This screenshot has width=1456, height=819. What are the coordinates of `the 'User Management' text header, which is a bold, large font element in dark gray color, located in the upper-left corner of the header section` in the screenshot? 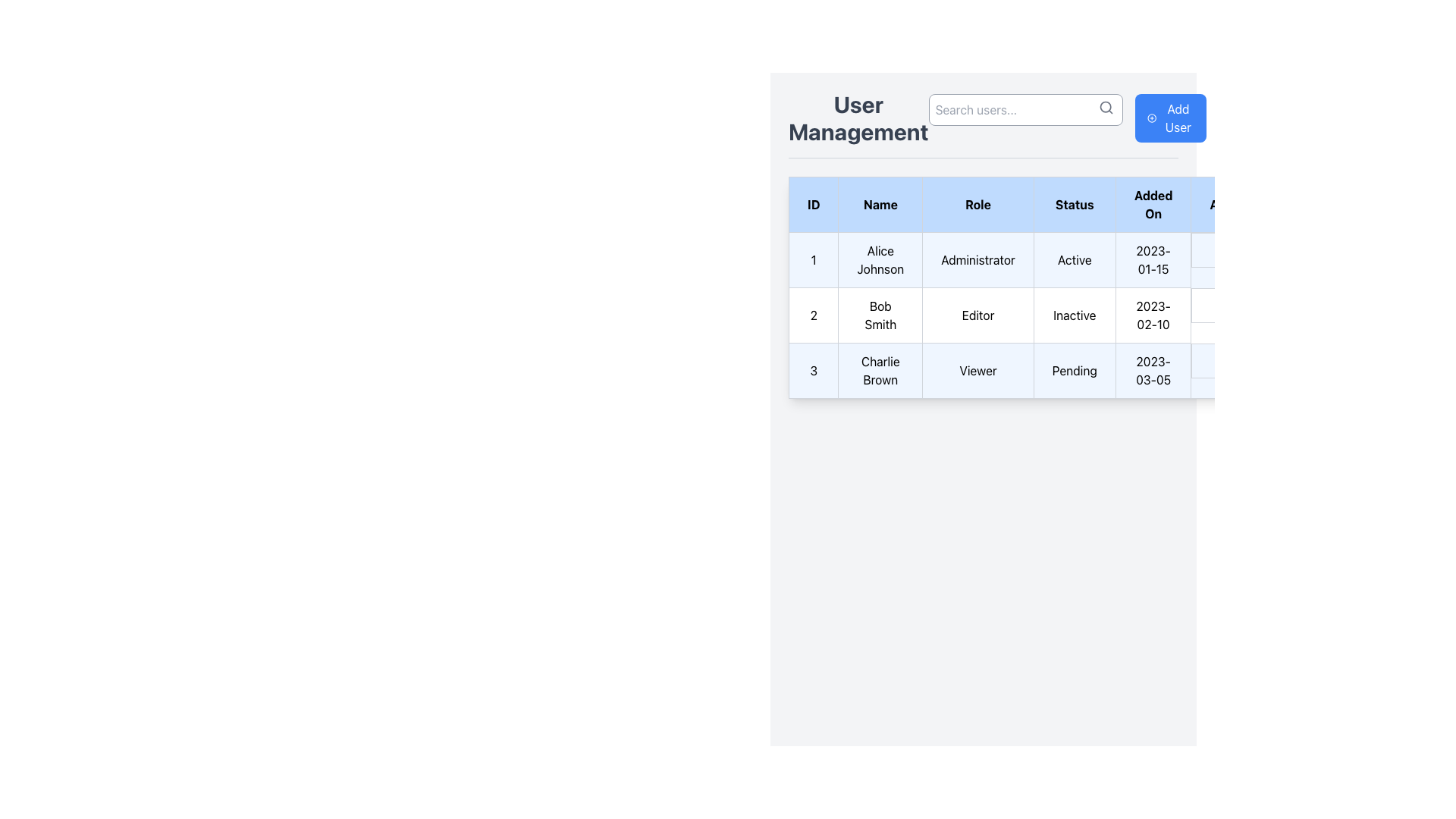 It's located at (858, 117).